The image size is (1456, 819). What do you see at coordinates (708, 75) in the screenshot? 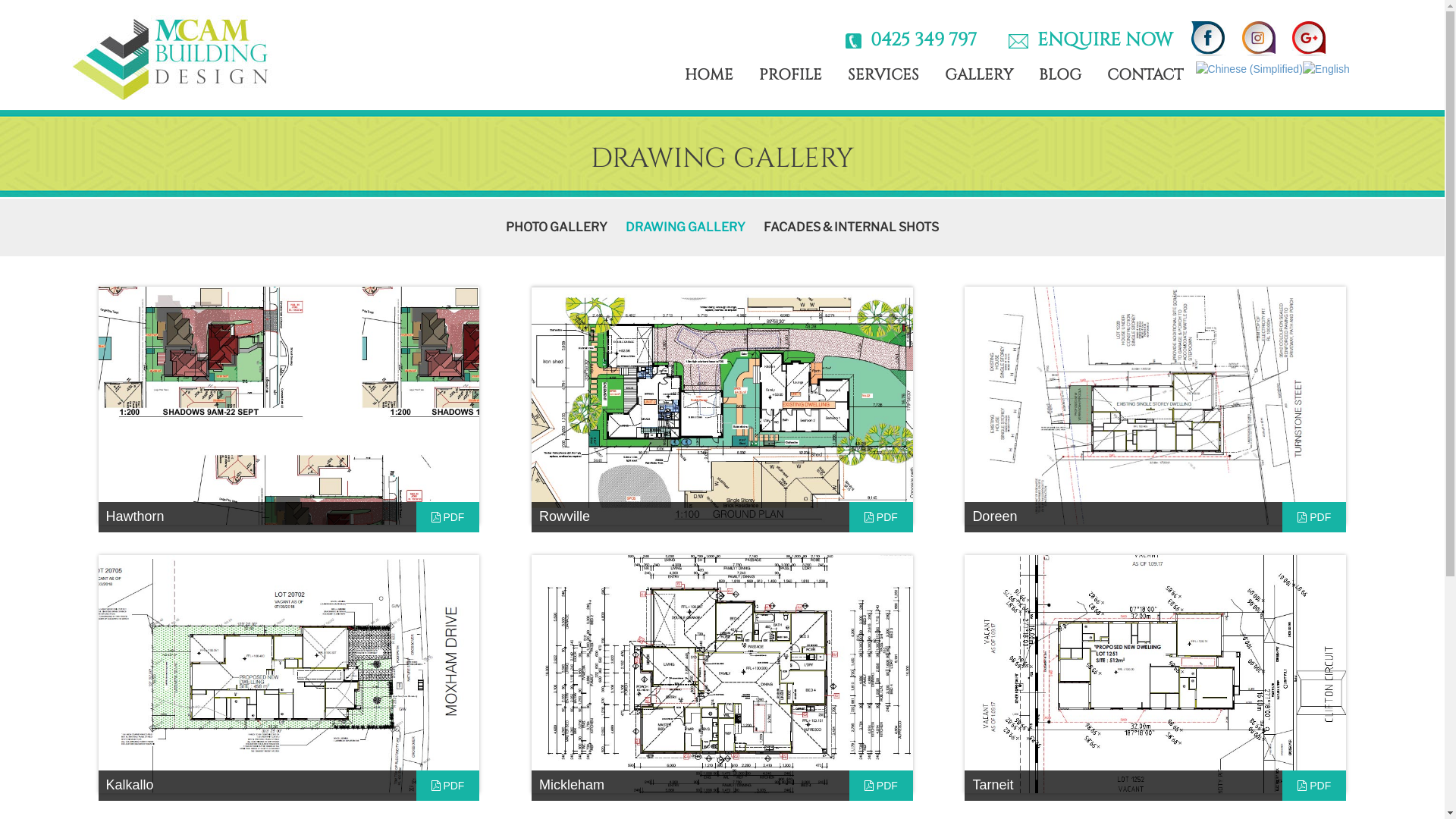
I see `'HOME'` at bounding box center [708, 75].